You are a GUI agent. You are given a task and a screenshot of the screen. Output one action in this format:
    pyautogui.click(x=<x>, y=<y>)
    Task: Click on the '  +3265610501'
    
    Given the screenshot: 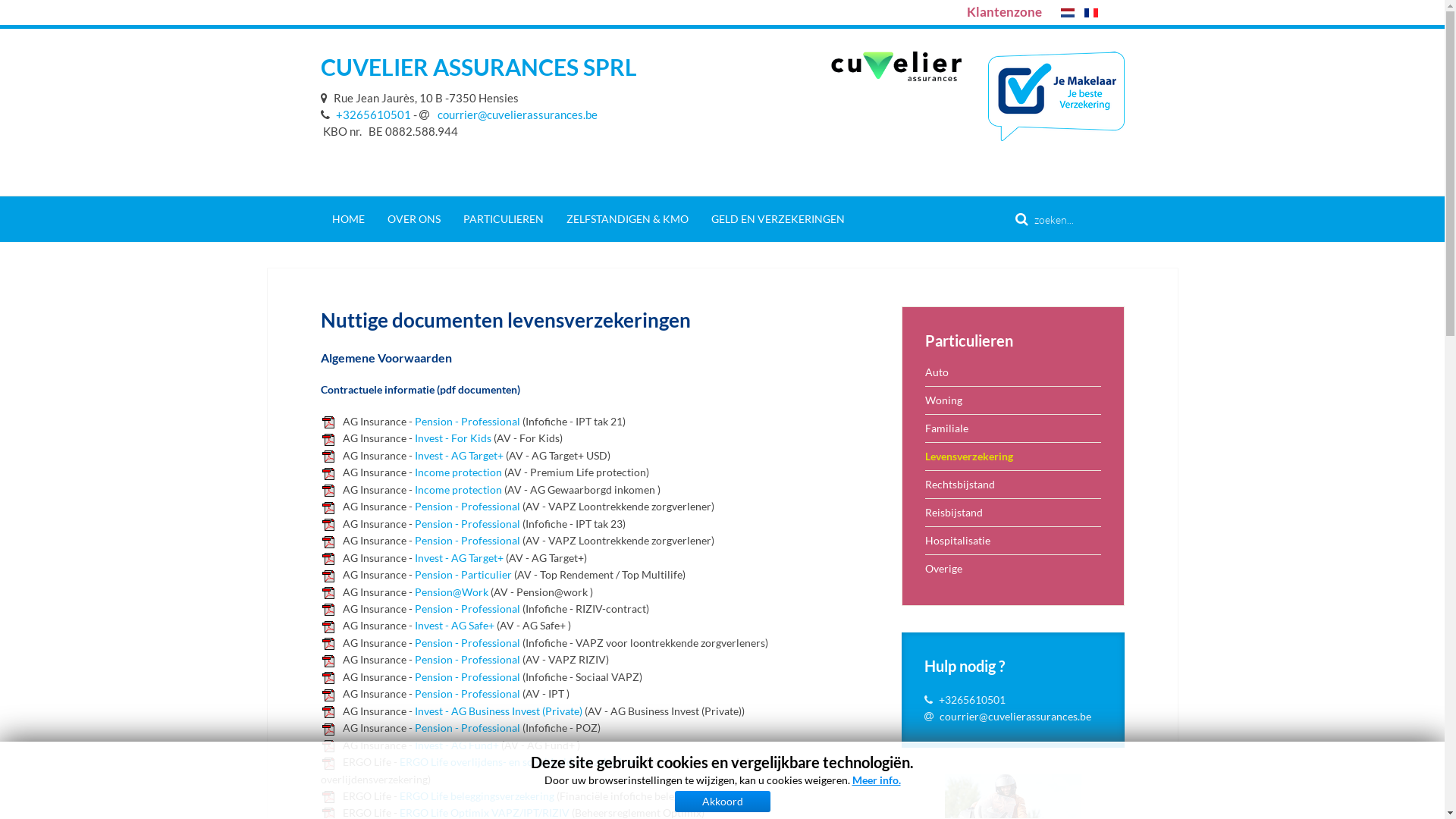 What is the action you would take?
    pyautogui.click(x=365, y=113)
    